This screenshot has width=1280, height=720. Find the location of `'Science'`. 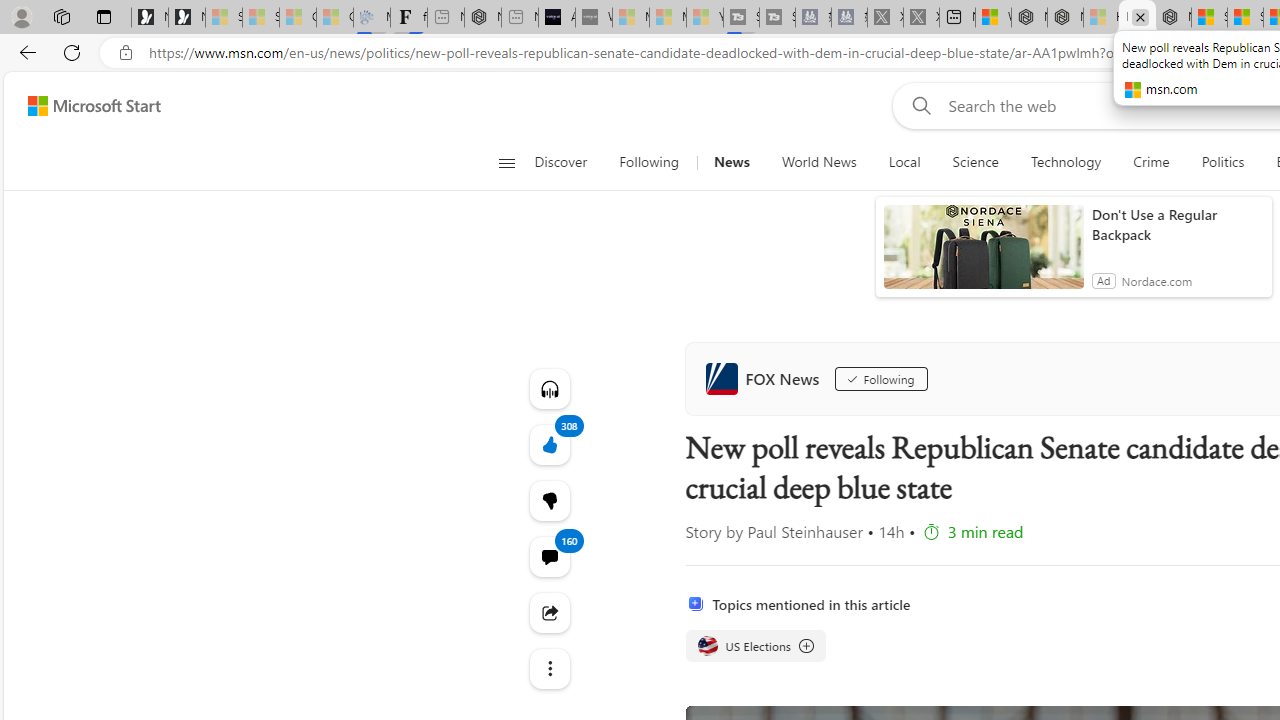

'Science' is located at coordinates (975, 162).